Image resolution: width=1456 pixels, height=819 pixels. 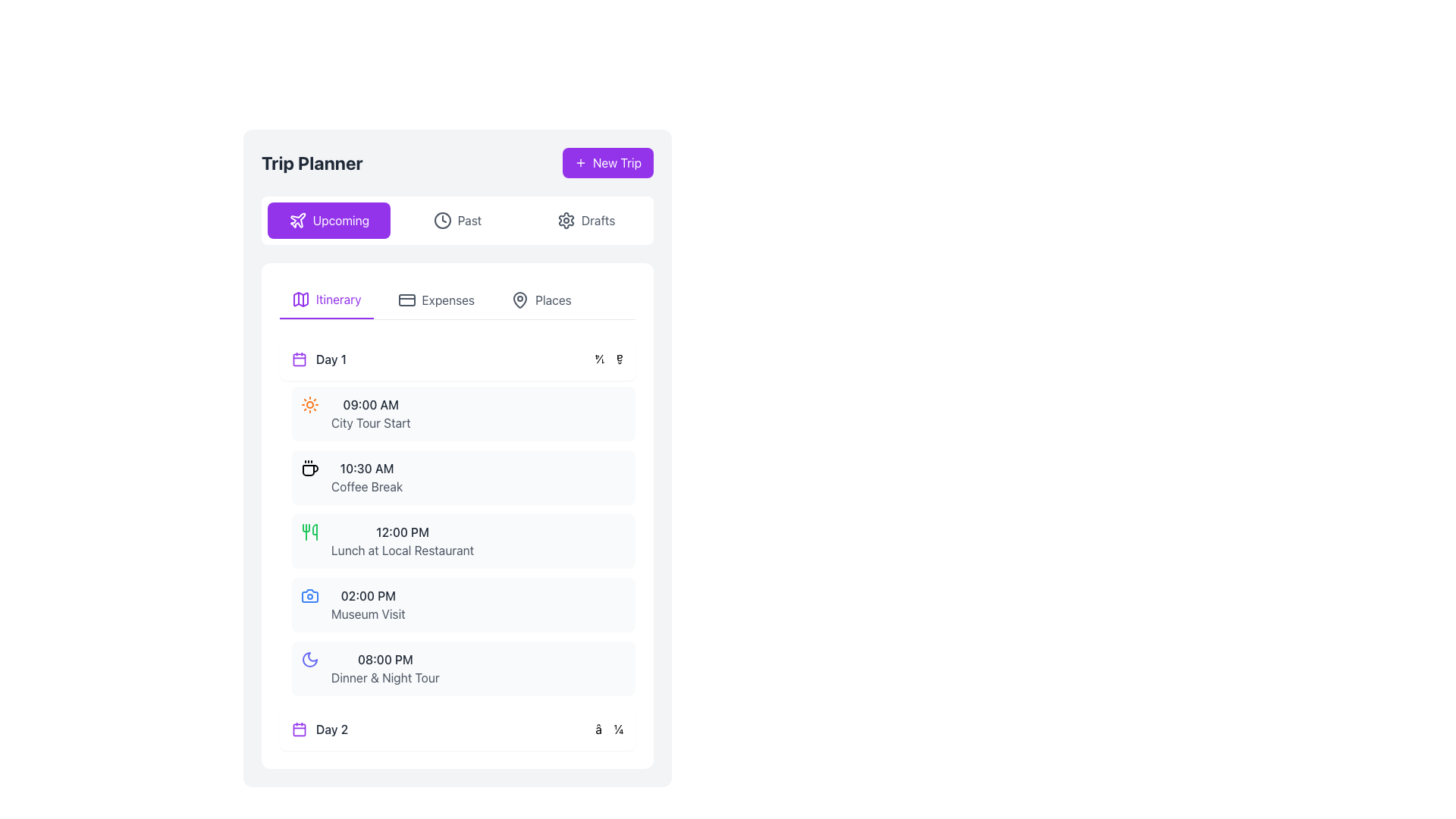 I want to click on text label of the 'Upcoming' tab, which describes its function for viewing upcoming events or content, so click(x=340, y=220).